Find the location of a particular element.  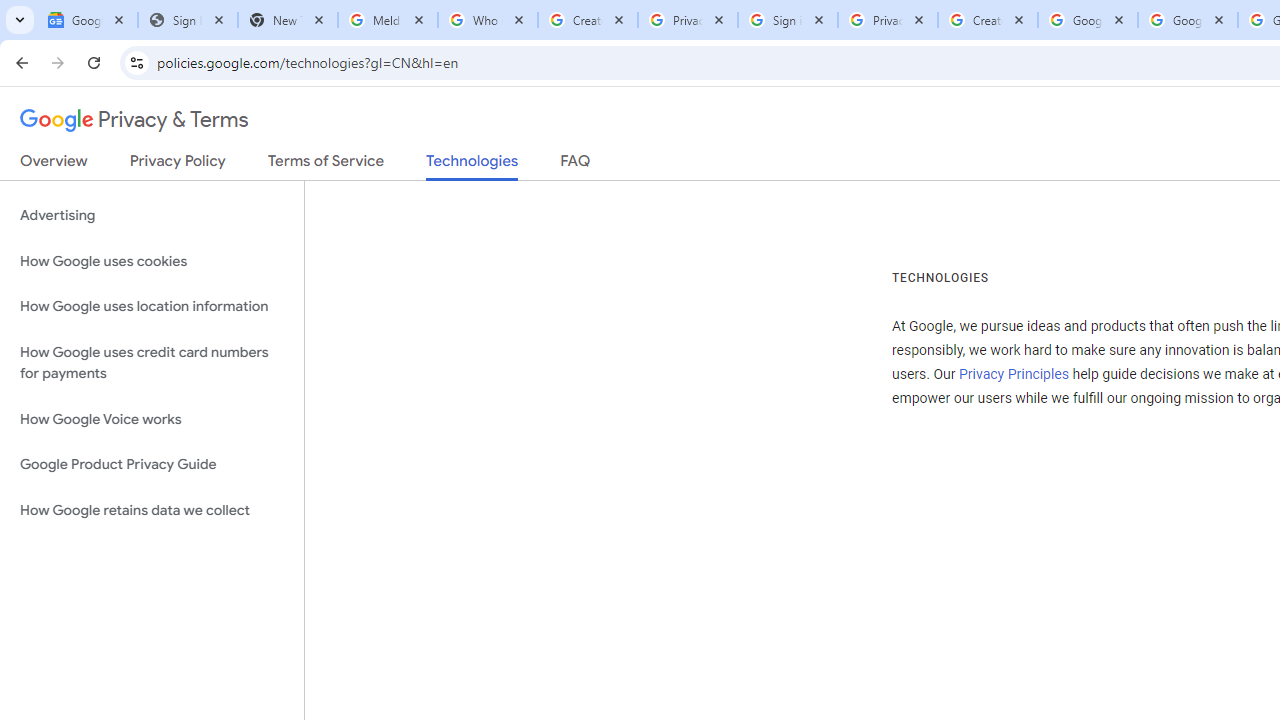

'How Google uses location information' is located at coordinates (151, 306).